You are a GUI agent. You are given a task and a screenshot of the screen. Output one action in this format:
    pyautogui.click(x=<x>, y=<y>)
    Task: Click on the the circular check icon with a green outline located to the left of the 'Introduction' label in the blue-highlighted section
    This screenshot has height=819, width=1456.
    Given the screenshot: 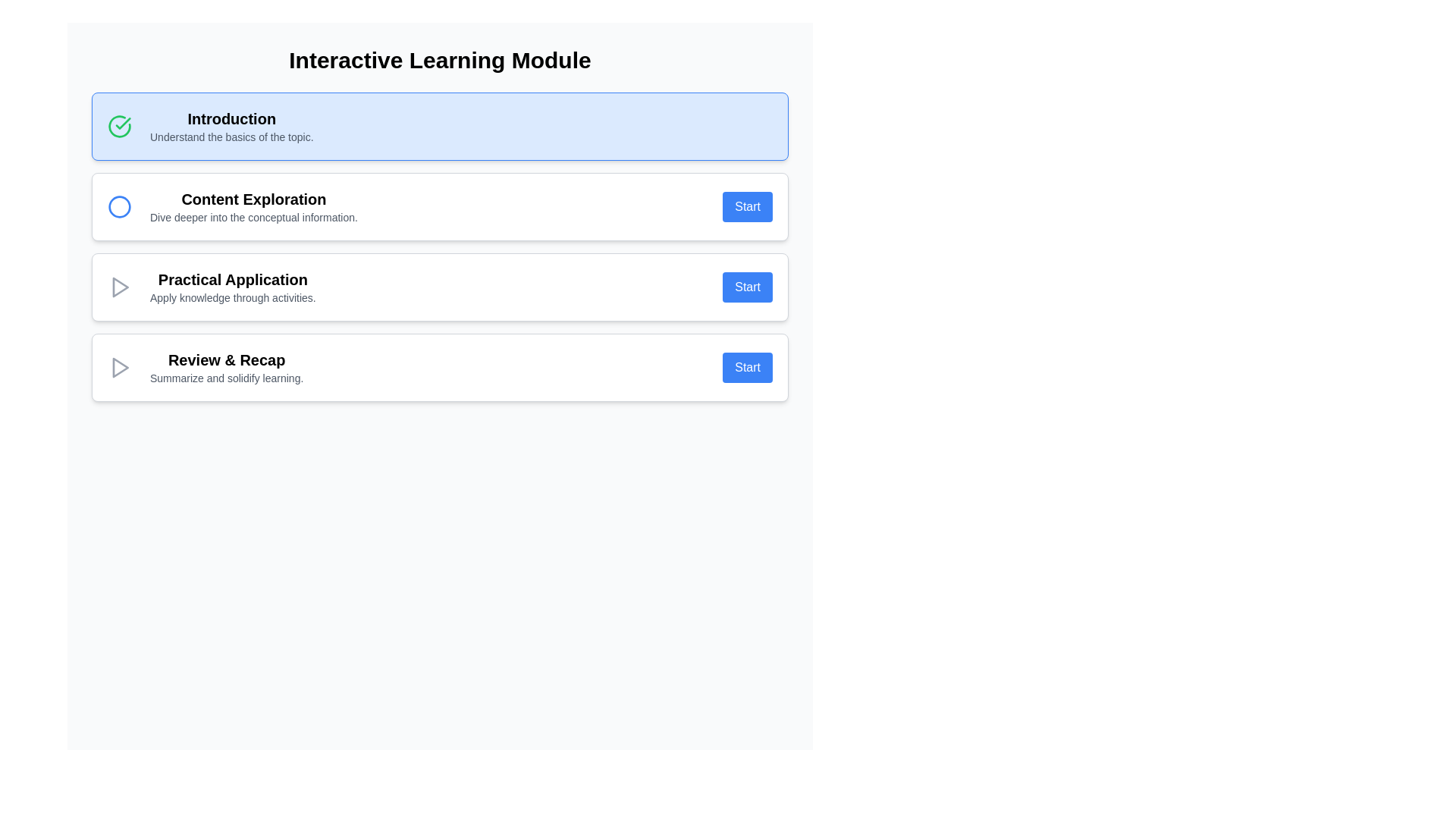 What is the action you would take?
    pyautogui.click(x=119, y=125)
    